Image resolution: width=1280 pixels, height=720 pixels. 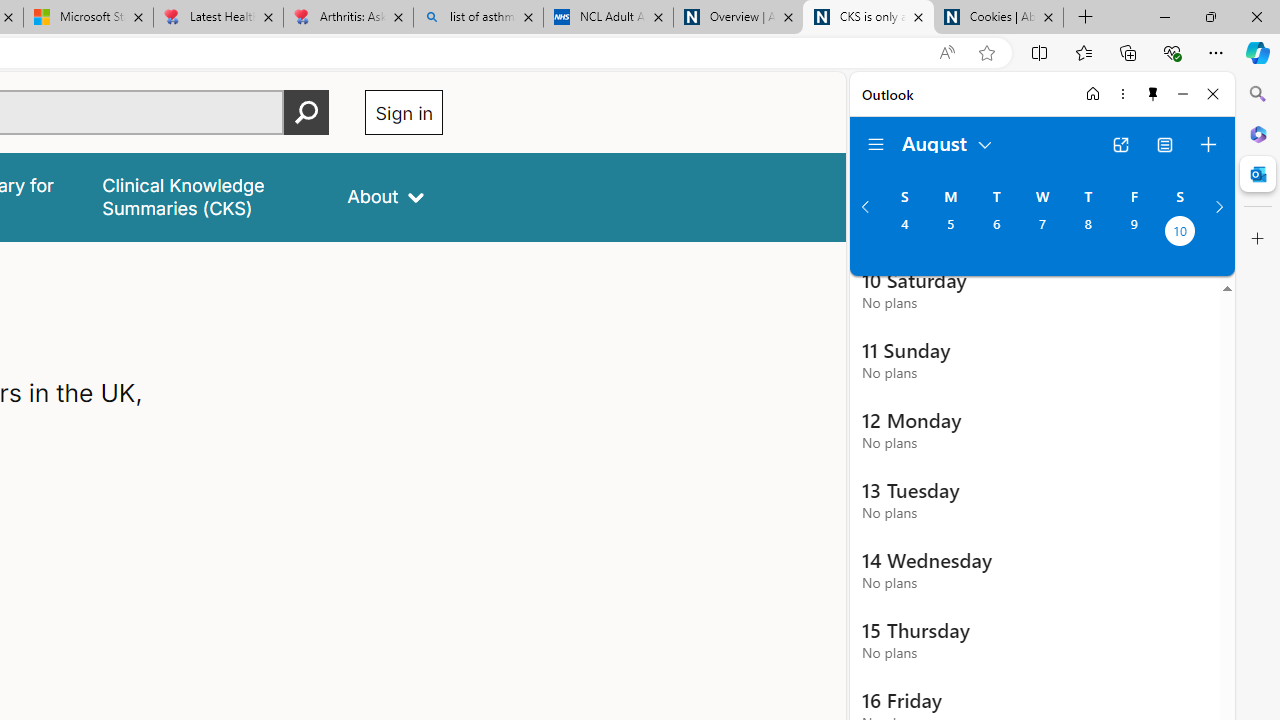 What do you see at coordinates (1207, 144) in the screenshot?
I see `'Create event'` at bounding box center [1207, 144].